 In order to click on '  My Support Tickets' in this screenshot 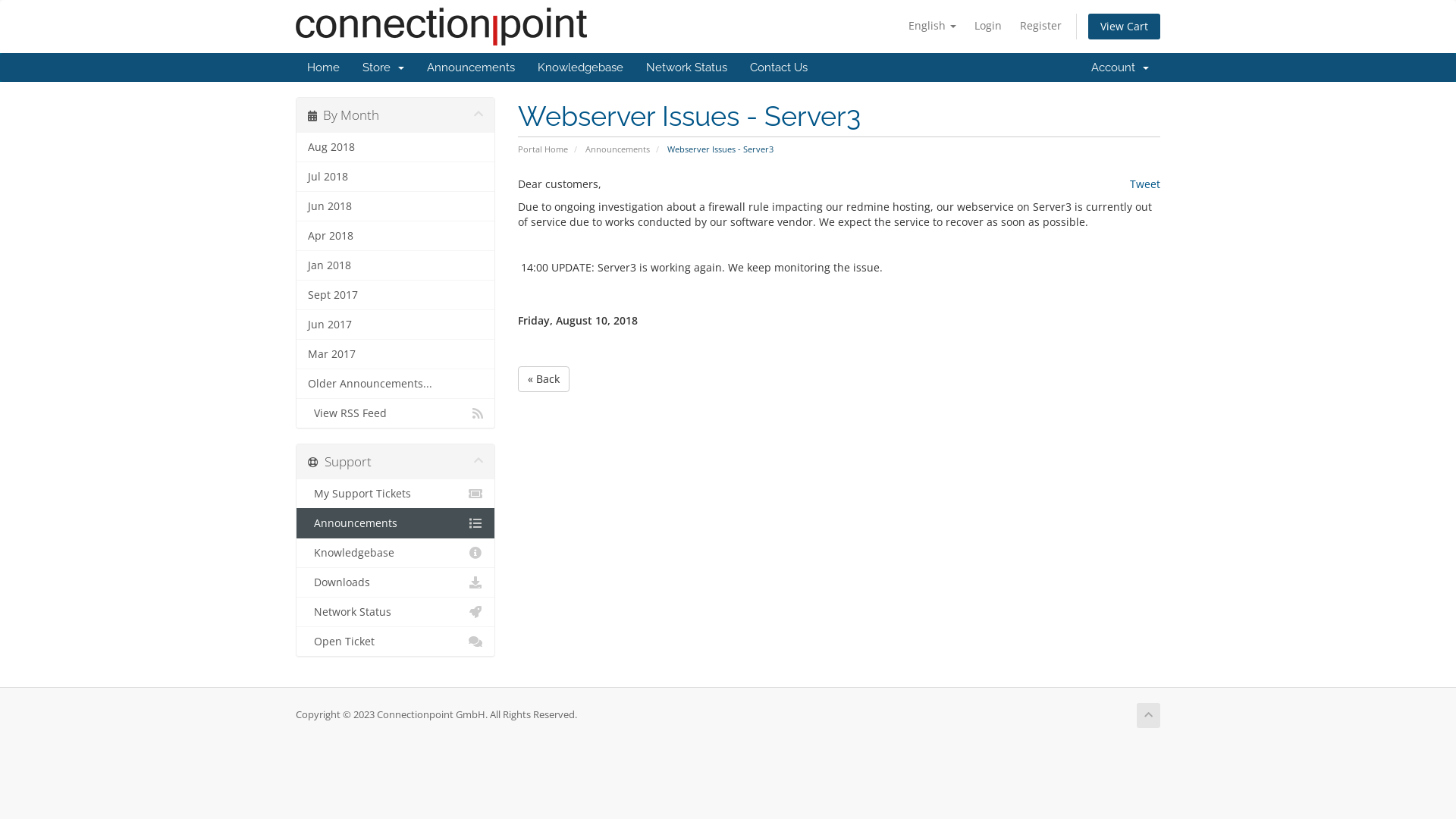, I will do `click(296, 494)`.